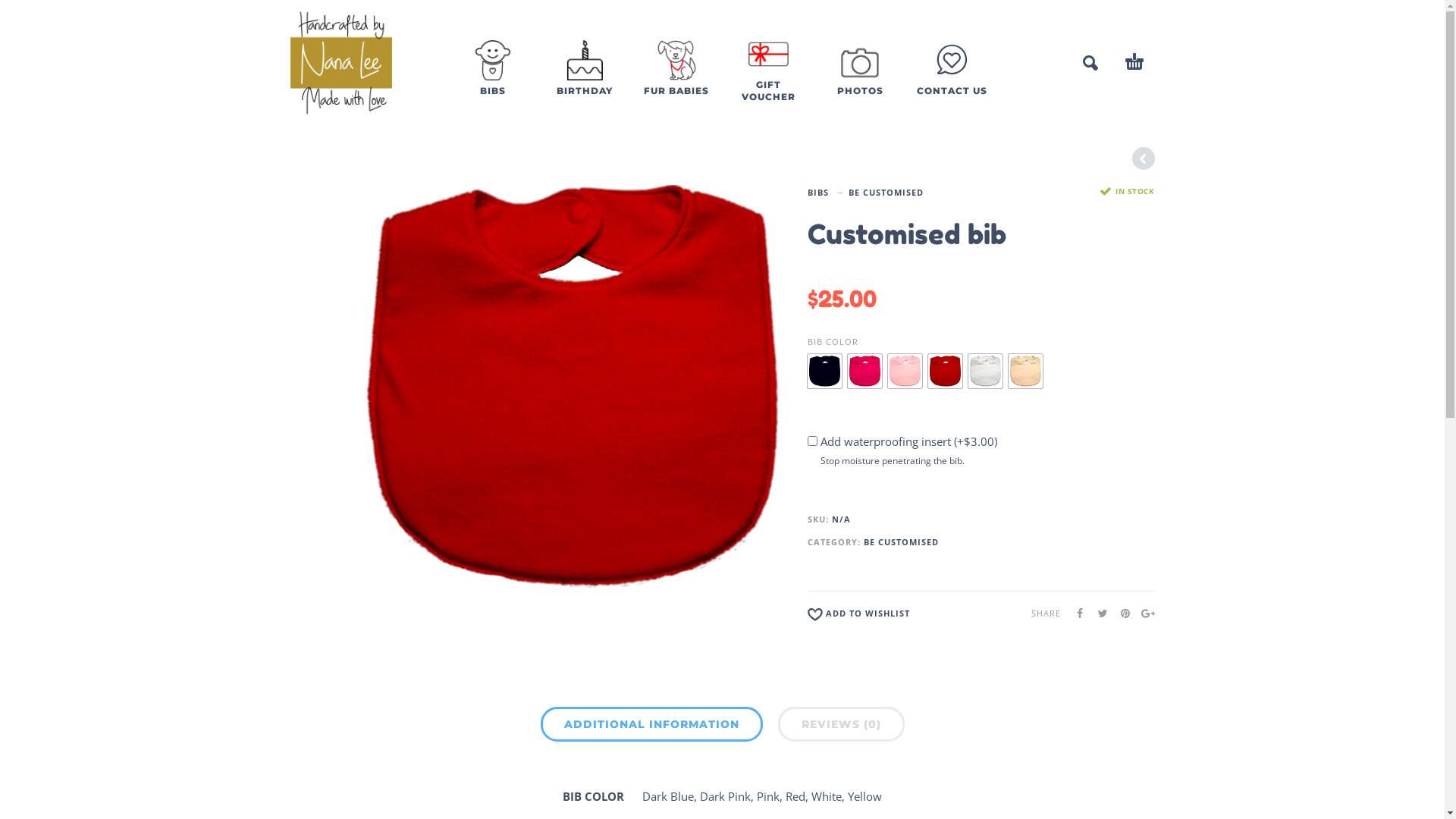  What do you see at coordinates (886, 192) in the screenshot?
I see `'BE CUSTOMISED'` at bounding box center [886, 192].